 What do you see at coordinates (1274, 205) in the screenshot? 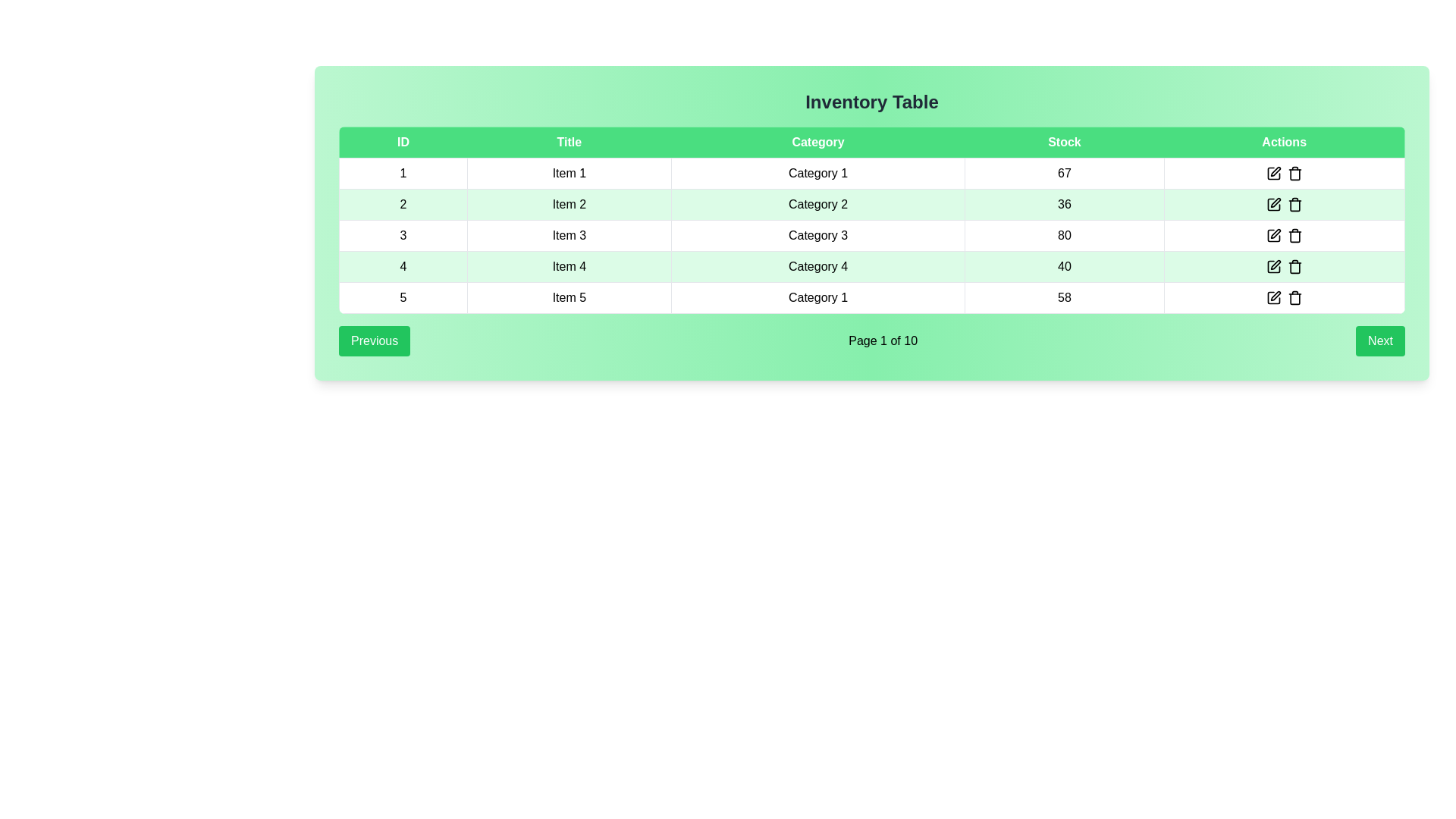
I see `the small edit icon shaped like a pen located in the 'Actions' column of the second row in the table to initiate an edit action` at bounding box center [1274, 205].